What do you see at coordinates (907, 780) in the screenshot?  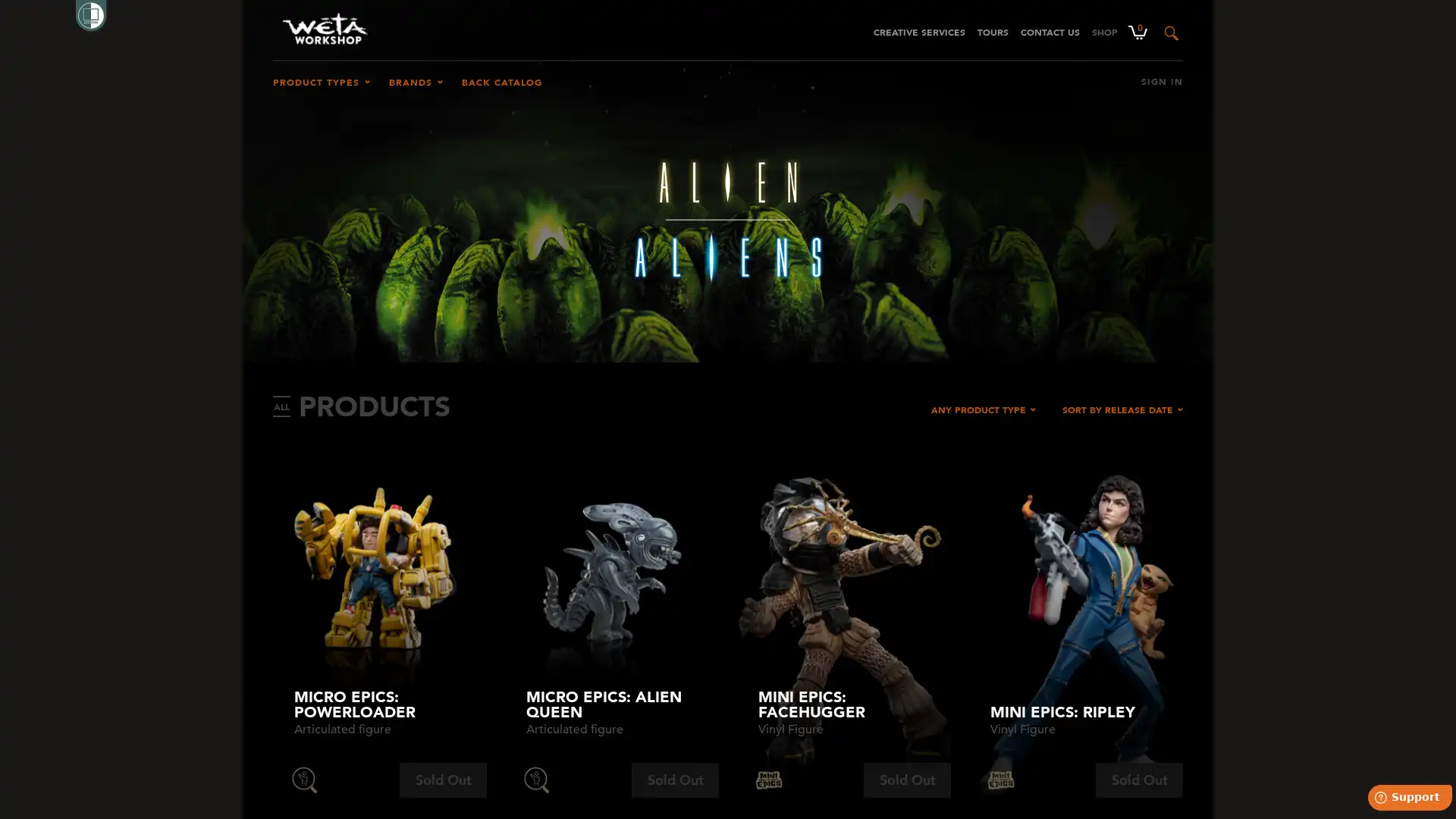 I see `Sold Out` at bounding box center [907, 780].